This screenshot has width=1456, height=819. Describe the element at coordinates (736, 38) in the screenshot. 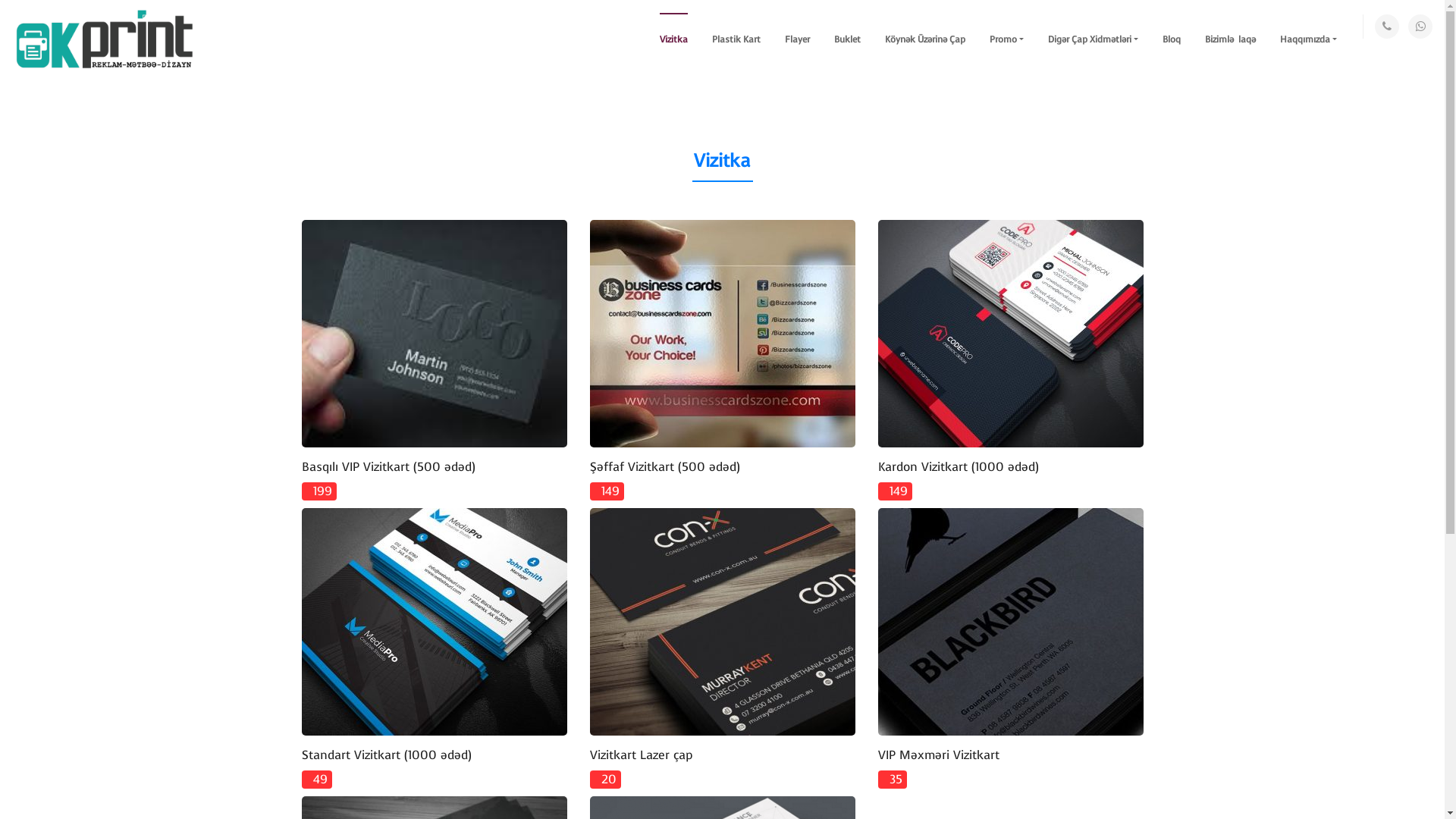

I see `'Plastik Kart'` at that location.